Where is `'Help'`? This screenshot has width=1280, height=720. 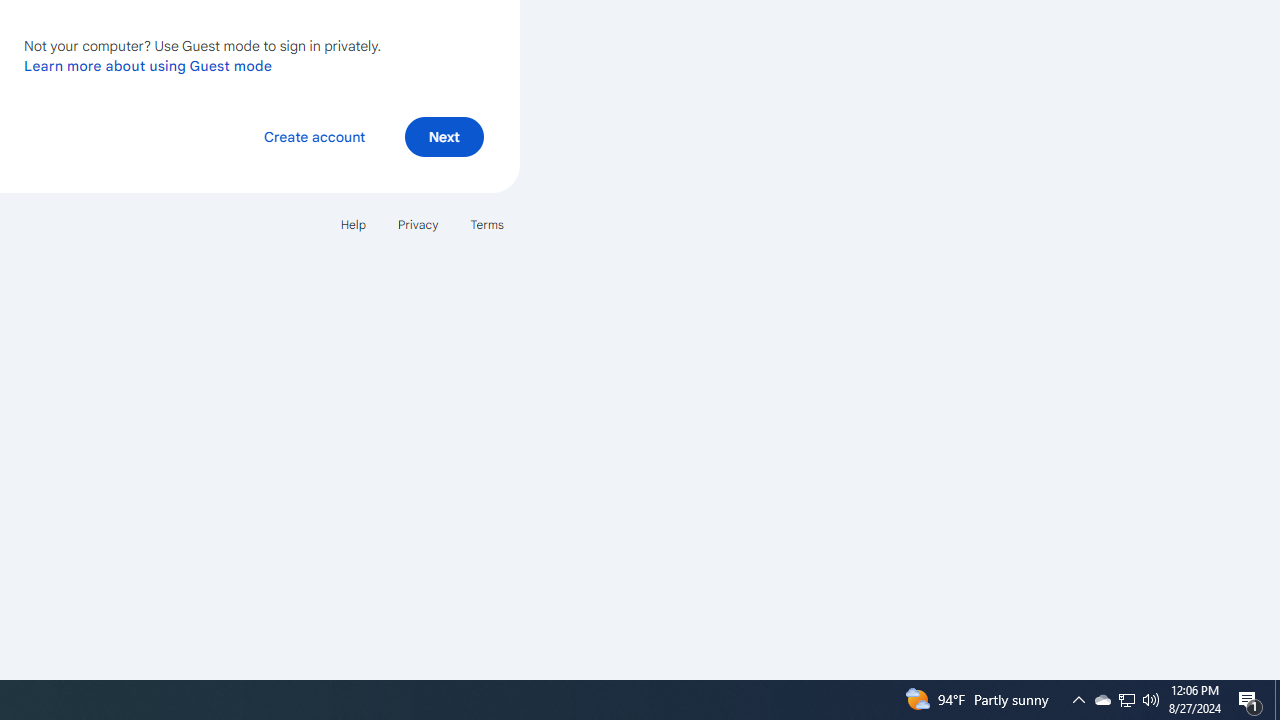 'Help' is located at coordinates (352, 224).